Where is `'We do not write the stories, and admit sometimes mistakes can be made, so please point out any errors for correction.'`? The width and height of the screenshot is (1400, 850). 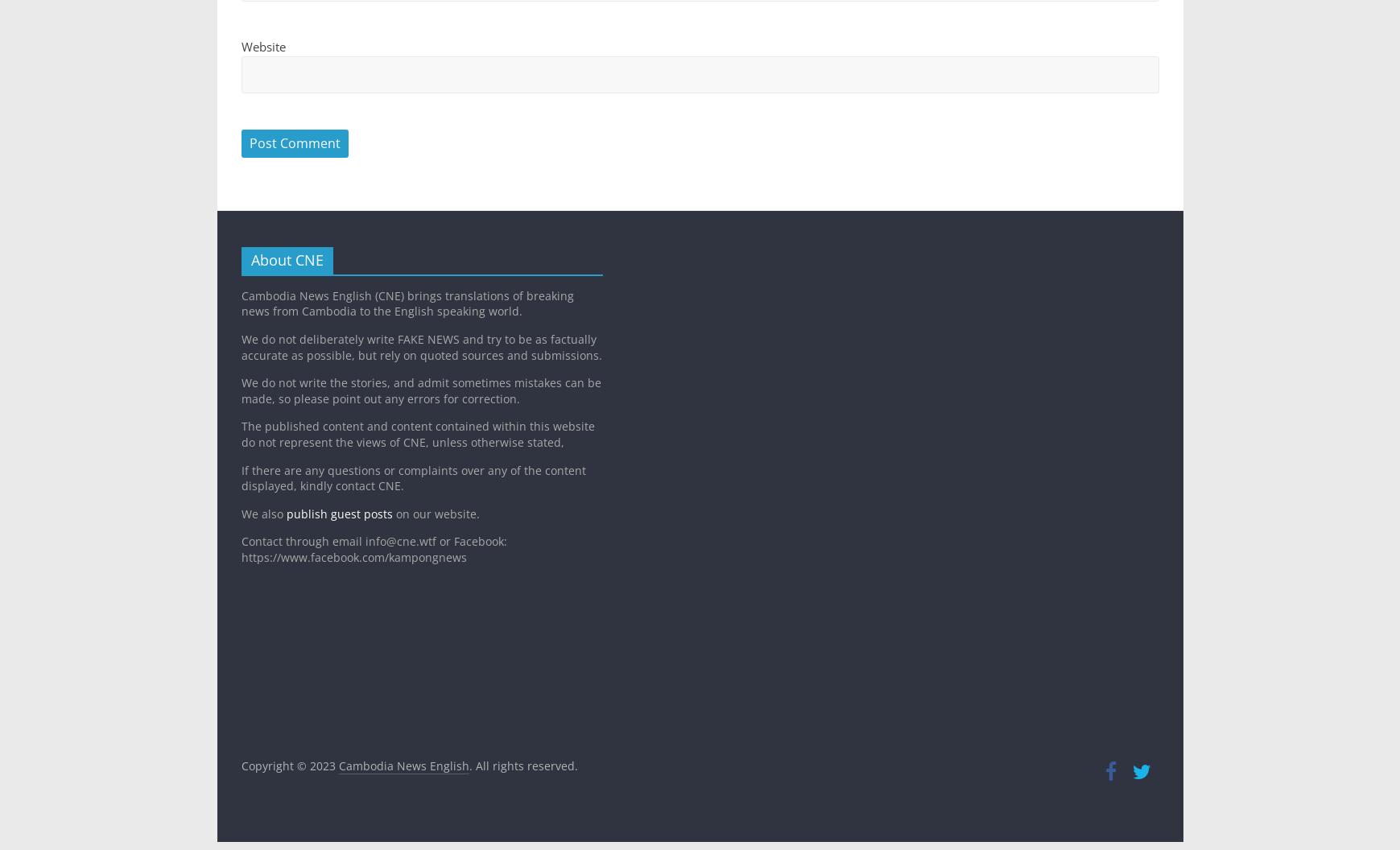
'We do not write the stories, and admit sometimes mistakes can be made, so please point out any errors for correction.' is located at coordinates (240, 390).